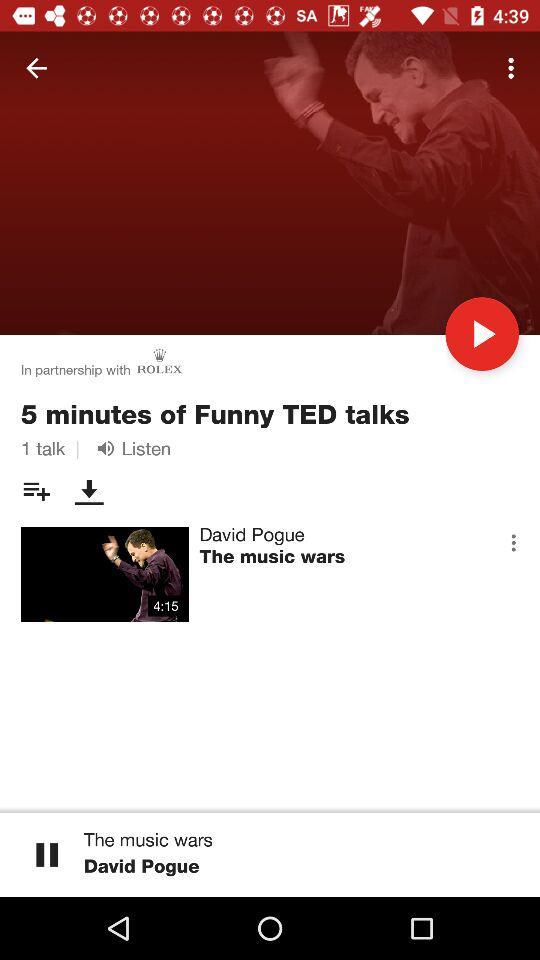 The image size is (540, 960). What do you see at coordinates (481, 334) in the screenshot?
I see `the play icon` at bounding box center [481, 334].